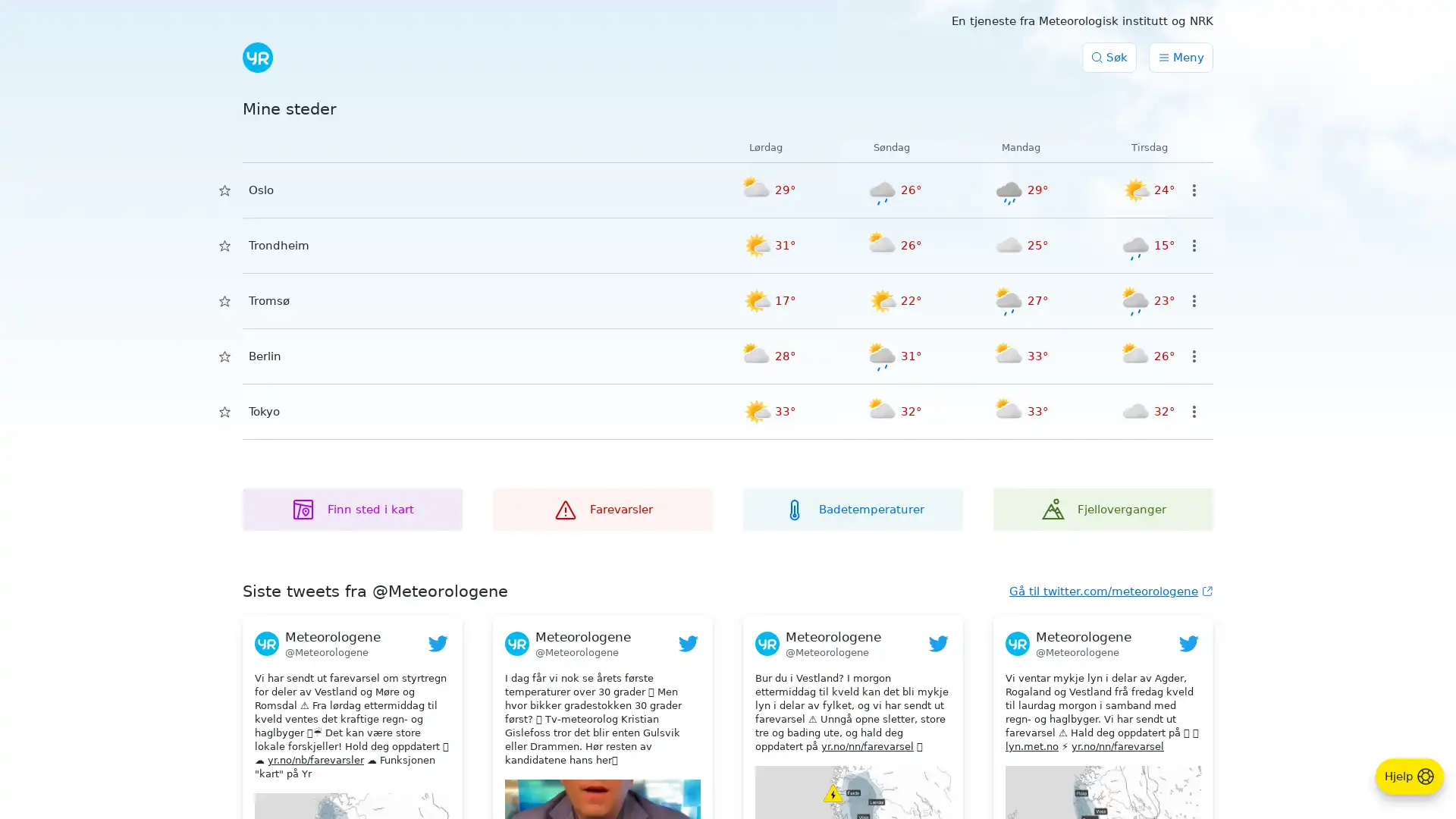 The image size is (1456, 819). What do you see at coordinates (1193, 189) in the screenshot?
I see `Valg for sted` at bounding box center [1193, 189].